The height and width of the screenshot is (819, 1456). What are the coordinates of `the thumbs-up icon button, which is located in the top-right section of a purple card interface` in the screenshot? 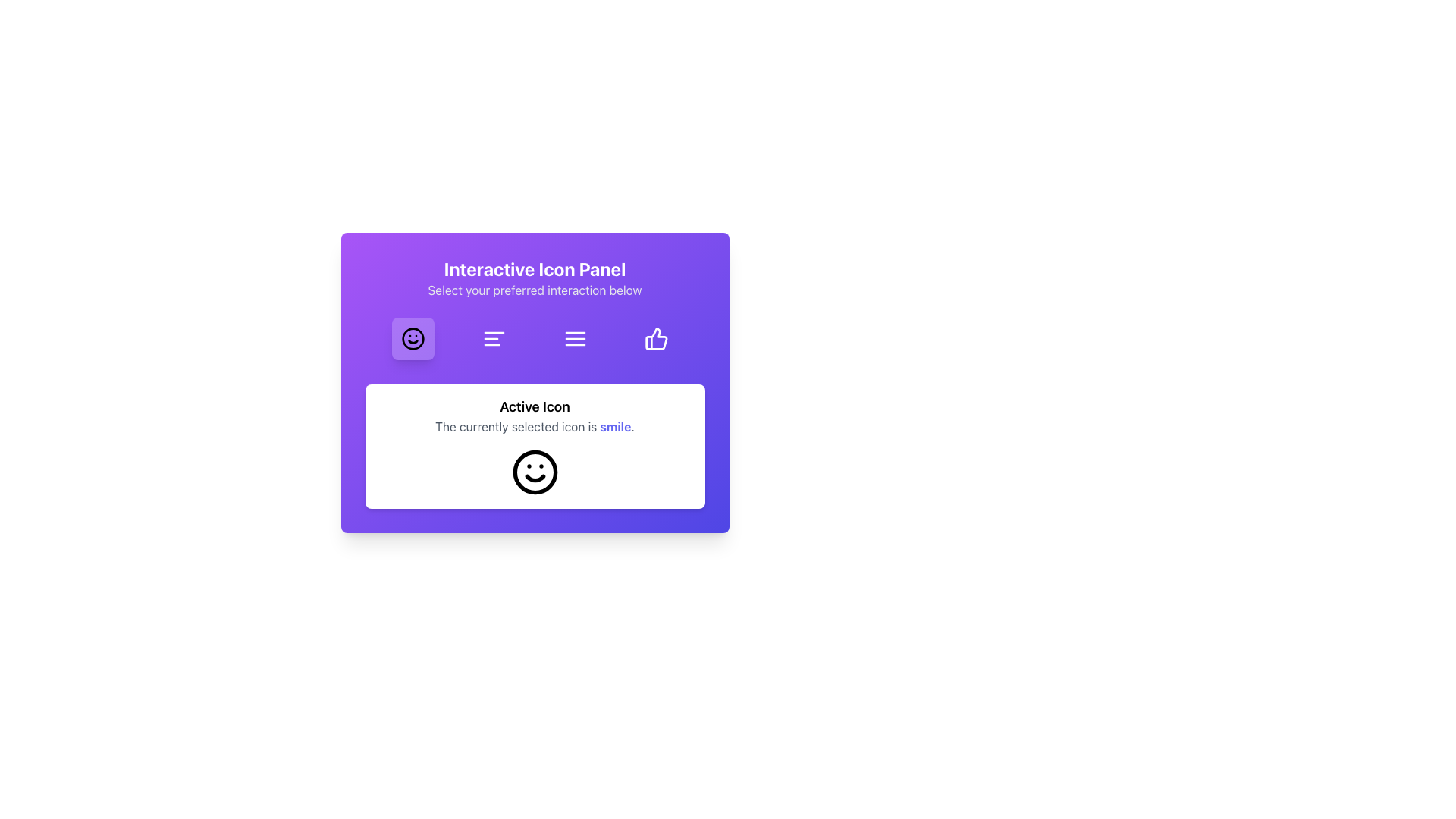 It's located at (657, 338).